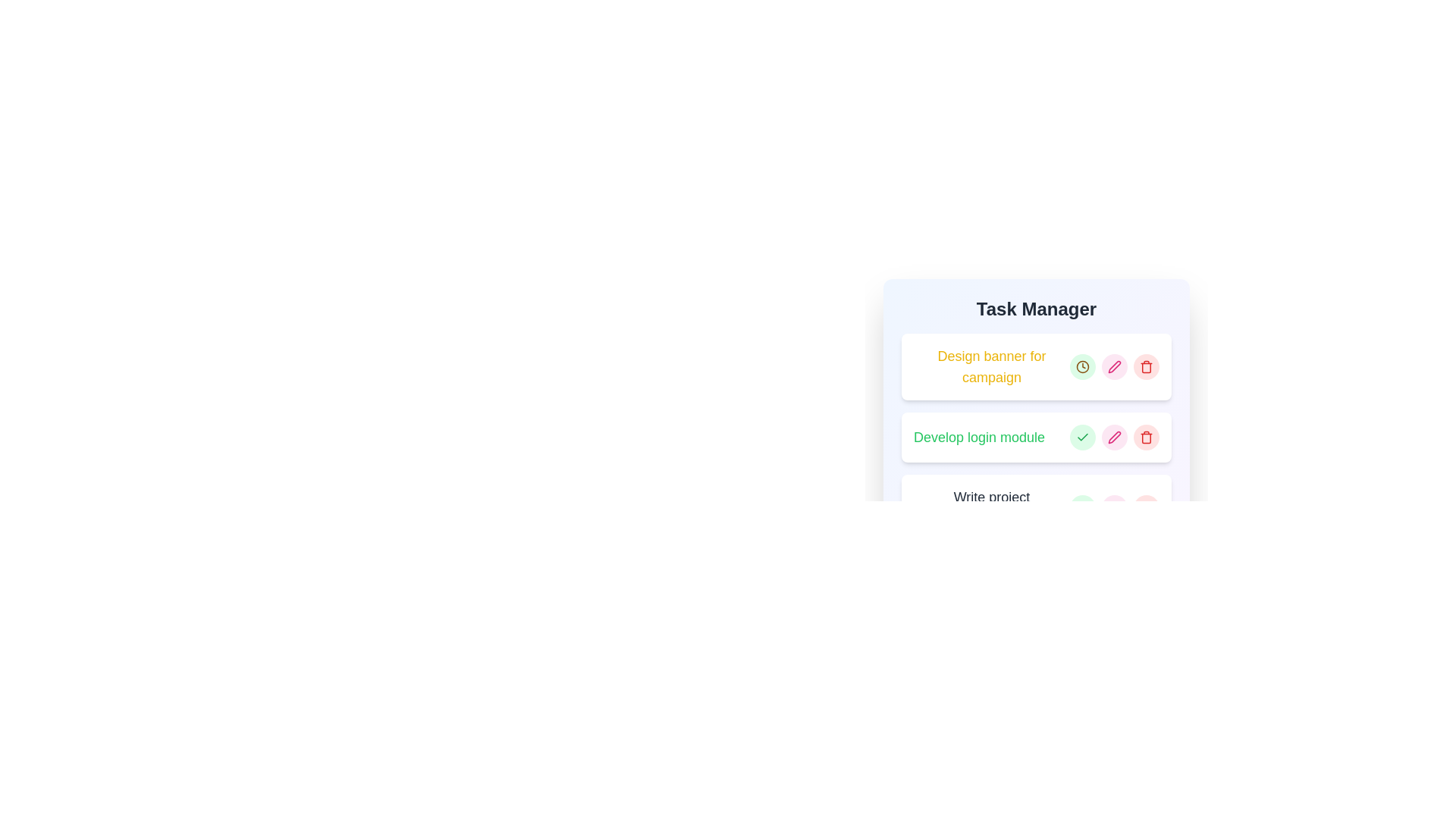 The width and height of the screenshot is (1456, 819). What do you see at coordinates (1036, 508) in the screenshot?
I see `the third task item in the task manager interface` at bounding box center [1036, 508].